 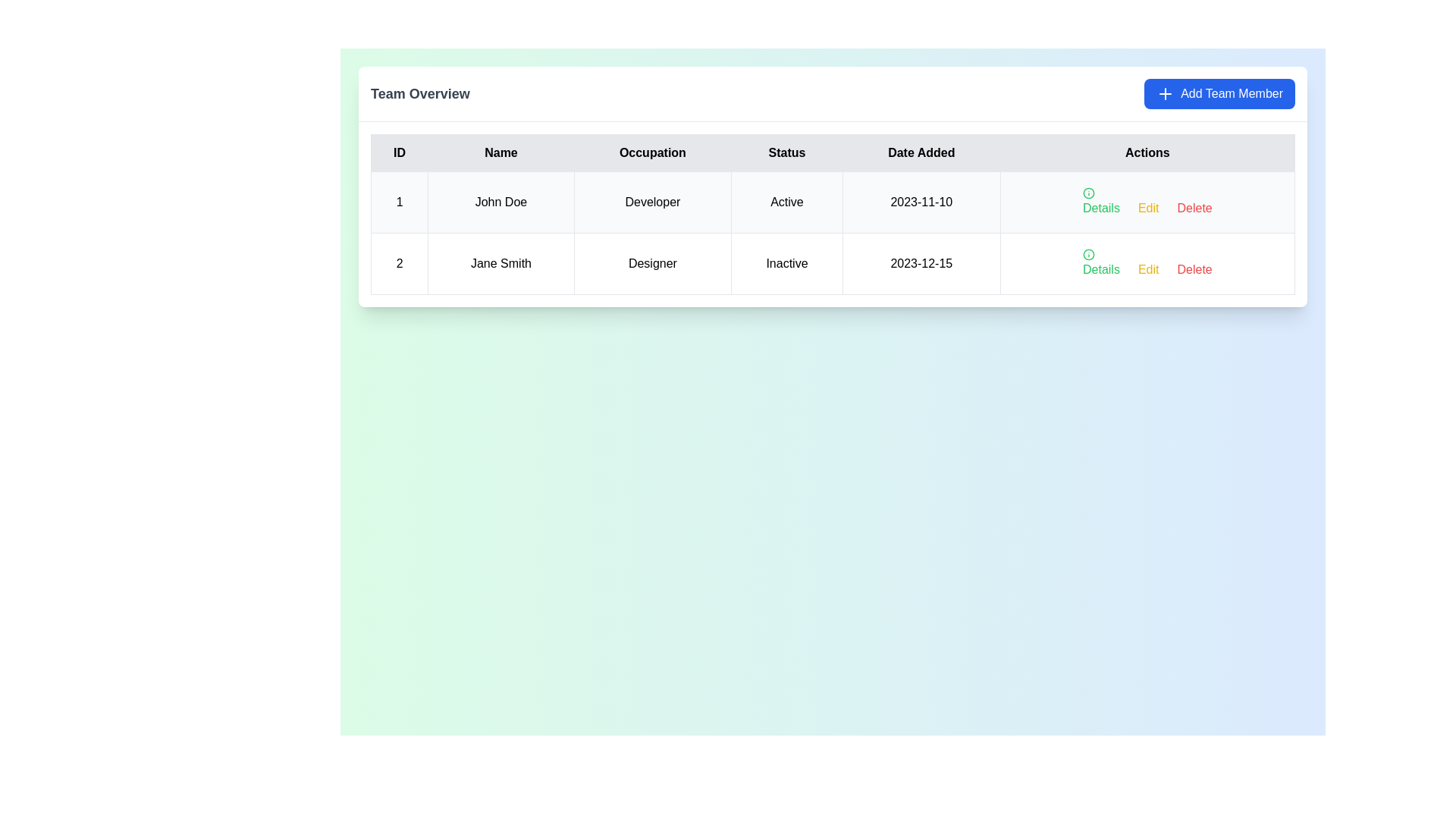 I want to click on the 'Status' header label in the fourth column of the table, which is located after 'Occupation' and before 'Date Added', so click(x=786, y=152).